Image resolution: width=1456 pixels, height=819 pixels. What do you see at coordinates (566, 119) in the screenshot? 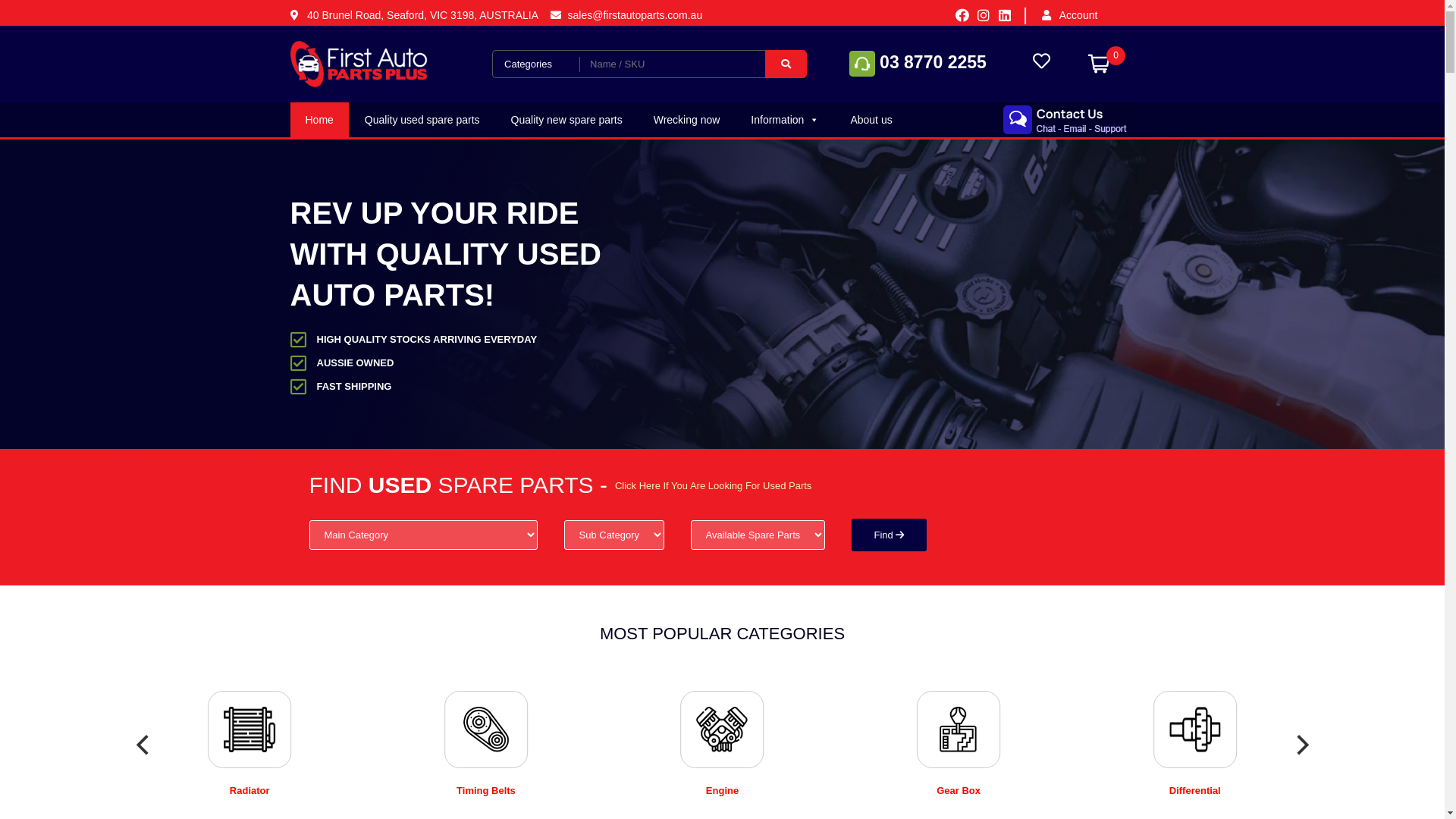
I see `'Quality new spare parts'` at bounding box center [566, 119].